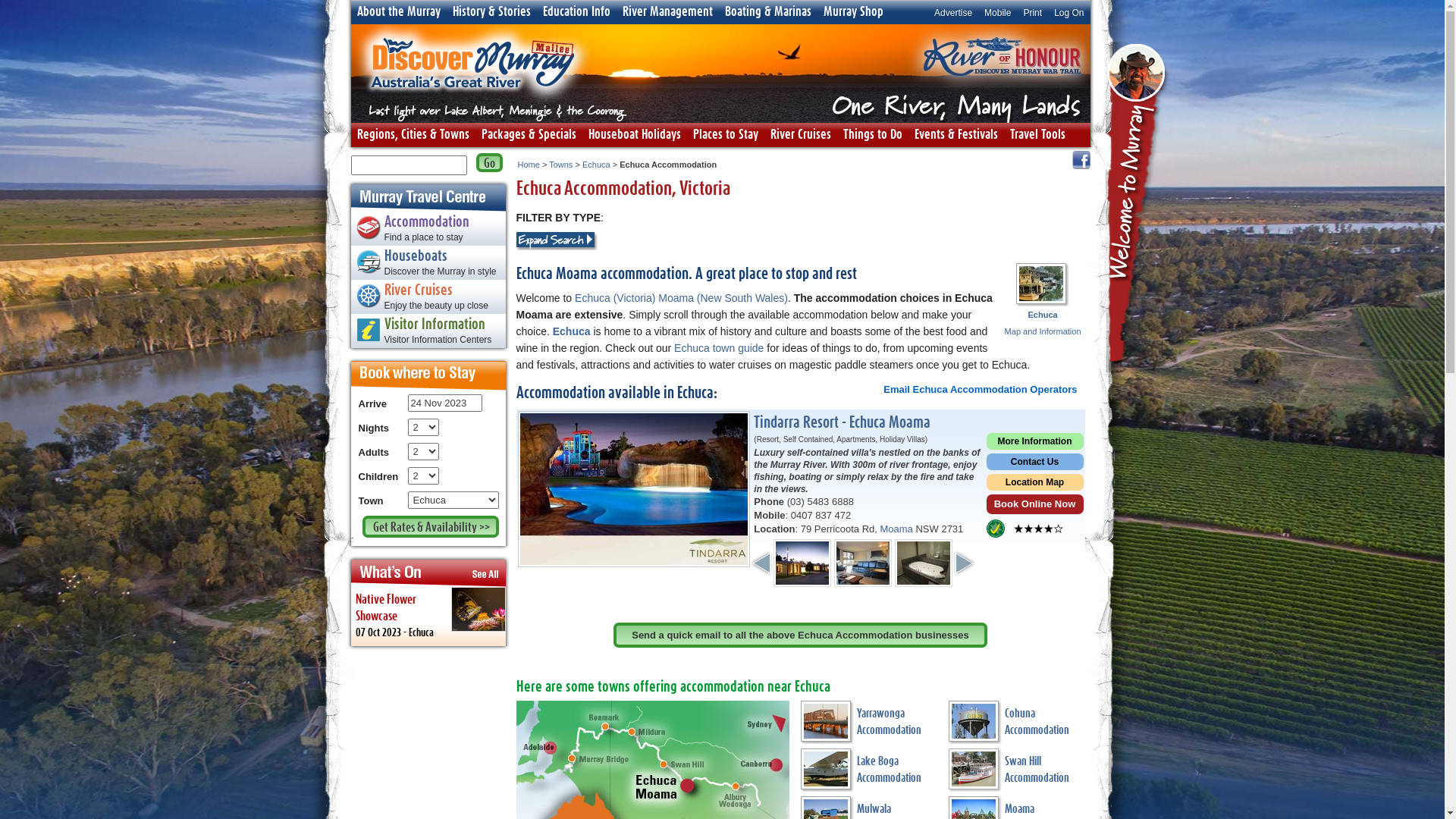  I want to click on 'Regions, Cities & Towns', so click(412, 133).